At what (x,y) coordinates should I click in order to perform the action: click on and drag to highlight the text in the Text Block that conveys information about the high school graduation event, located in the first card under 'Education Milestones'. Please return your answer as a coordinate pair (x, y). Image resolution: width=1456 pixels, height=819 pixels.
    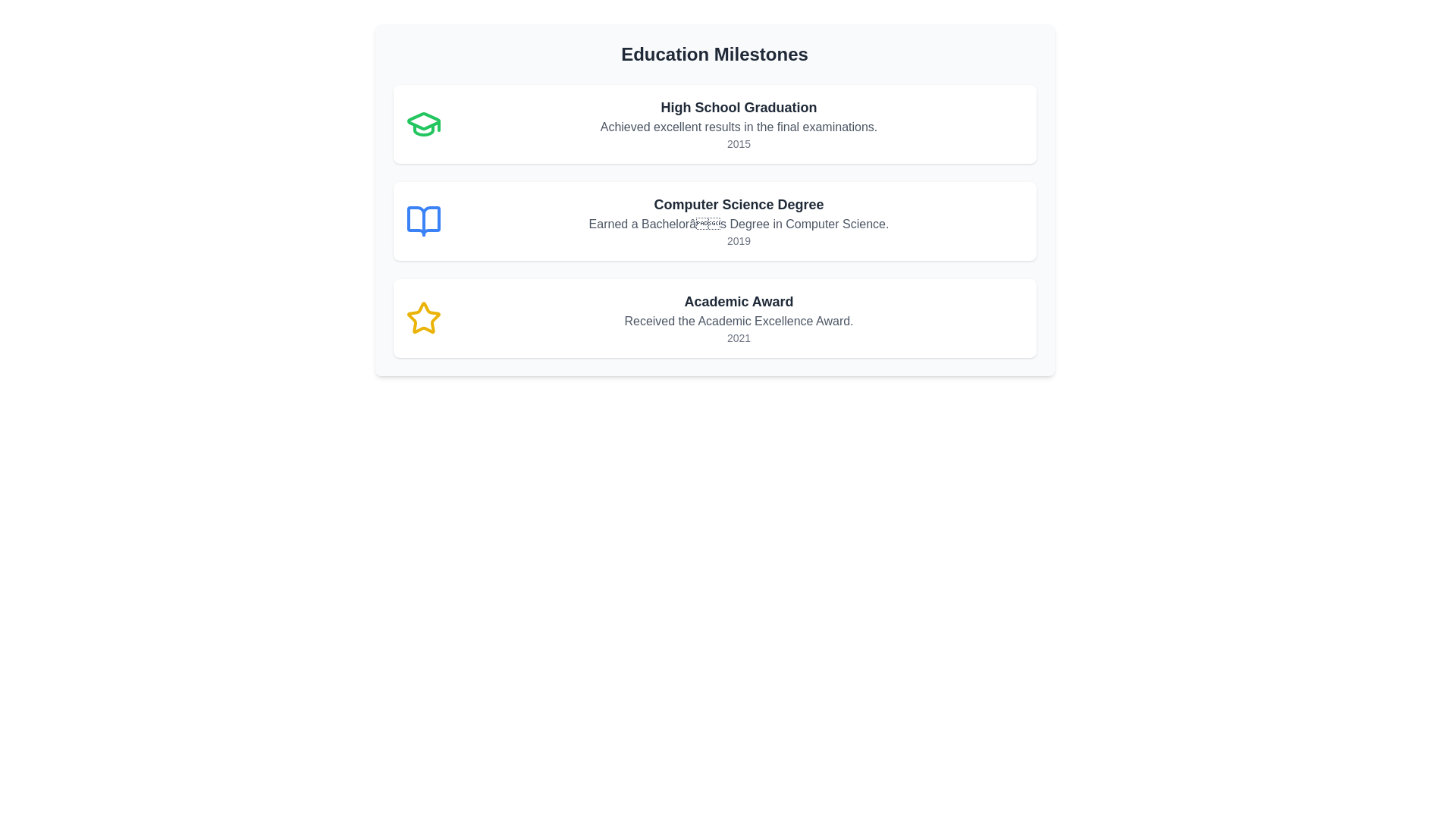
    Looking at the image, I should click on (739, 124).